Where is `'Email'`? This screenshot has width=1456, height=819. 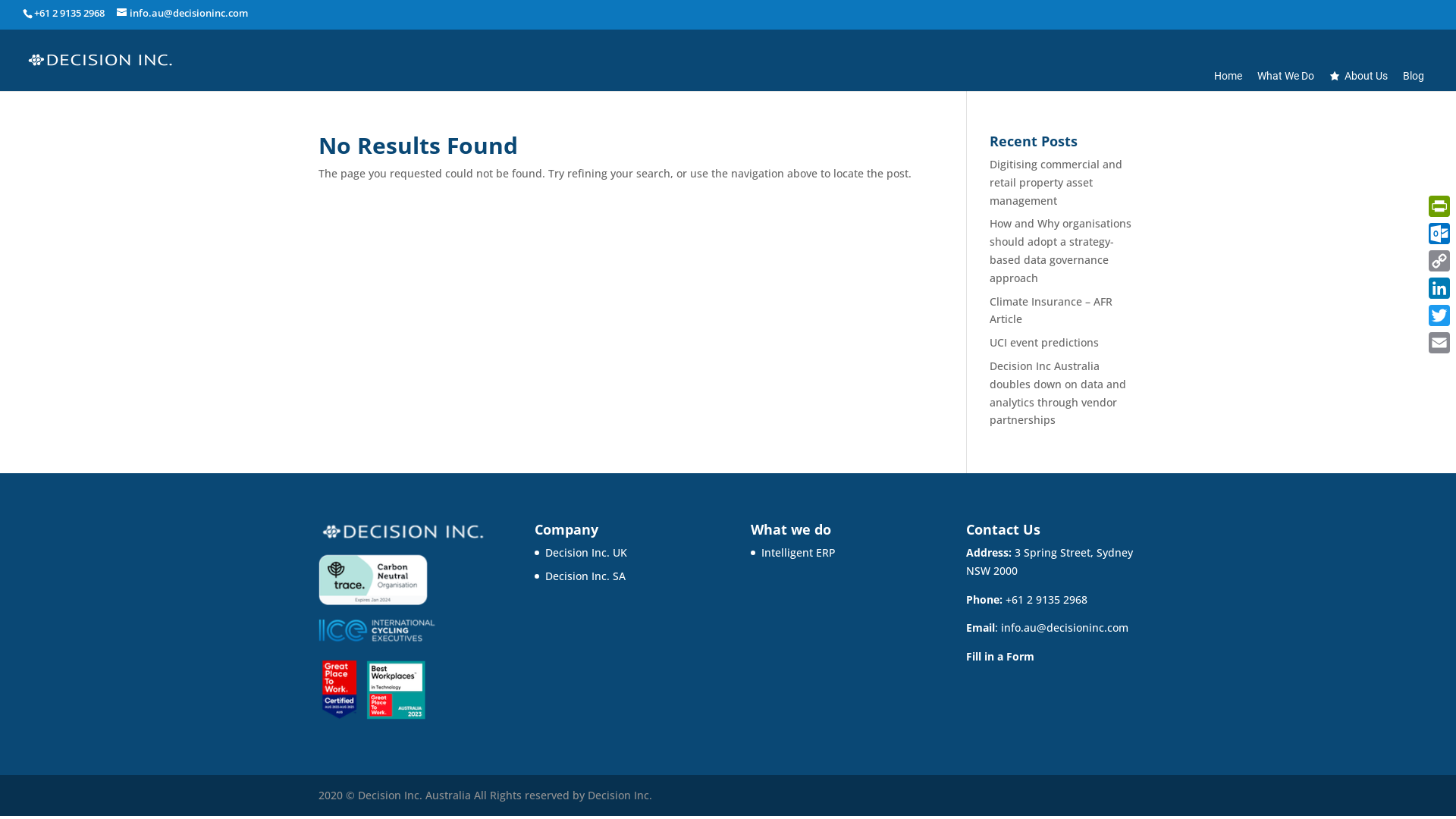
'Email' is located at coordinates (1438, 342).